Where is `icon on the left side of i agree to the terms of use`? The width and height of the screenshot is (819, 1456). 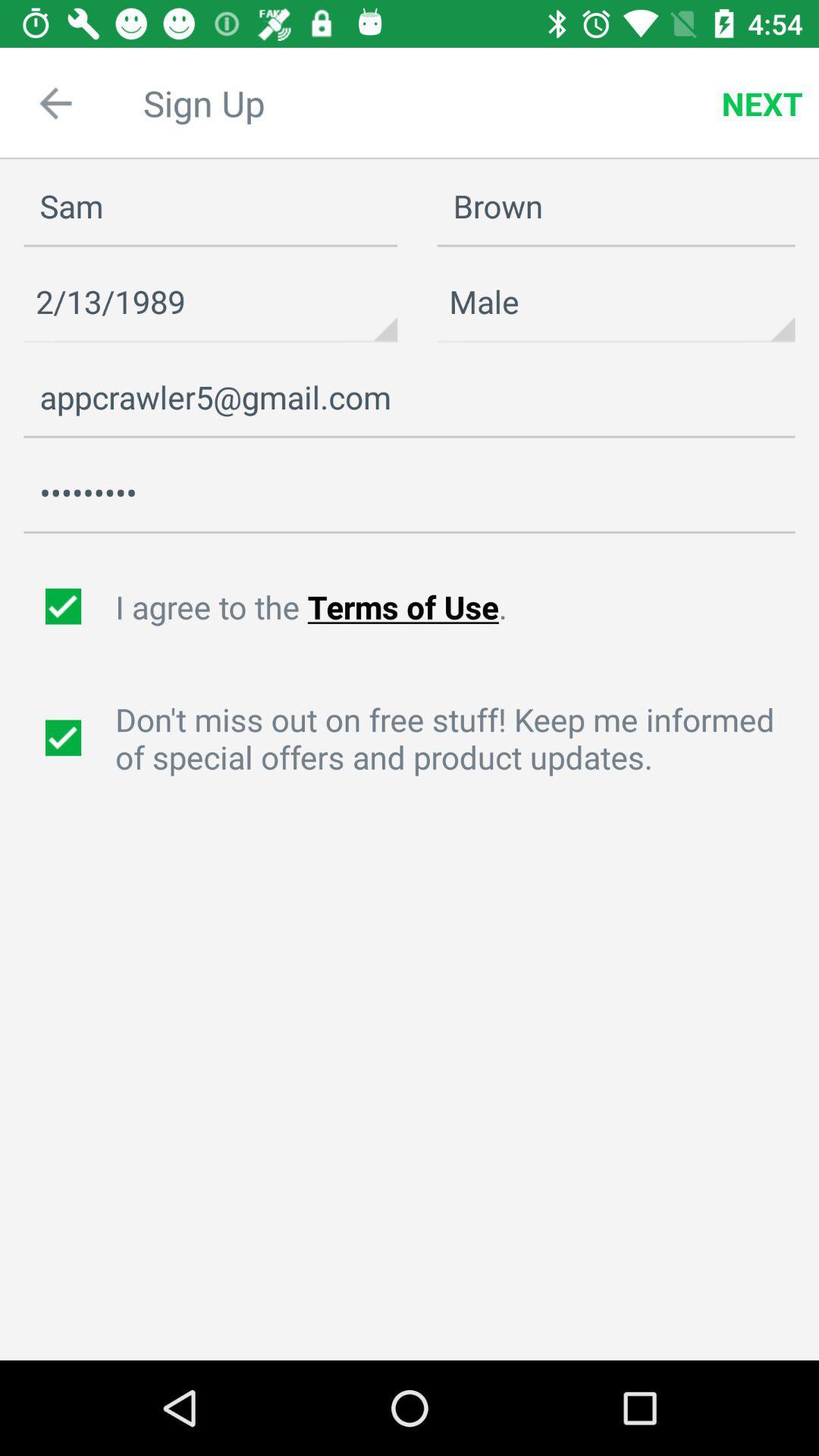
icon on the left side of i agree to the terms of use is located at coordinates (64, 607).